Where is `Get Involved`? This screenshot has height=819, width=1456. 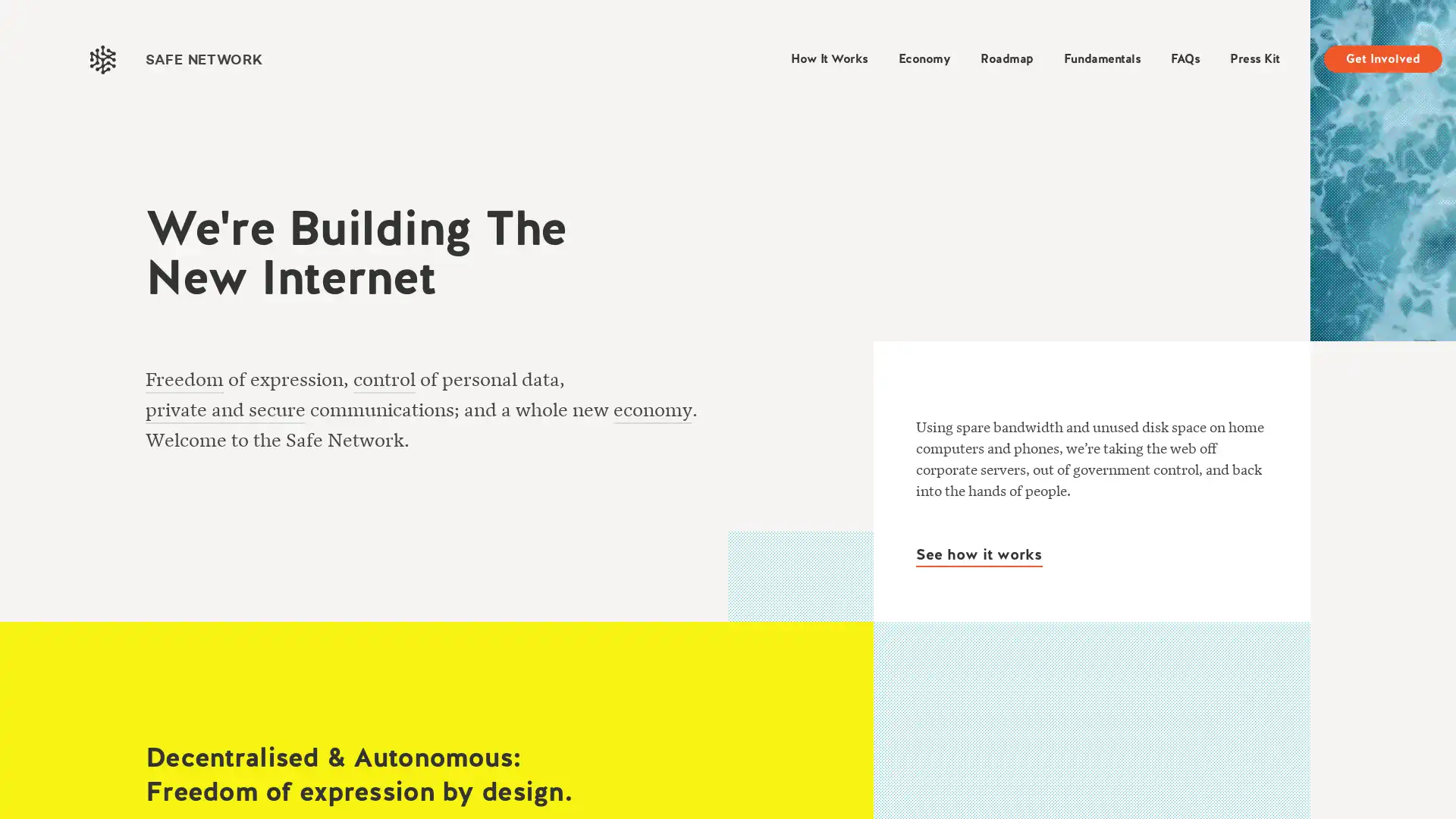
Get Involved is located at coordinates (1383, 58).